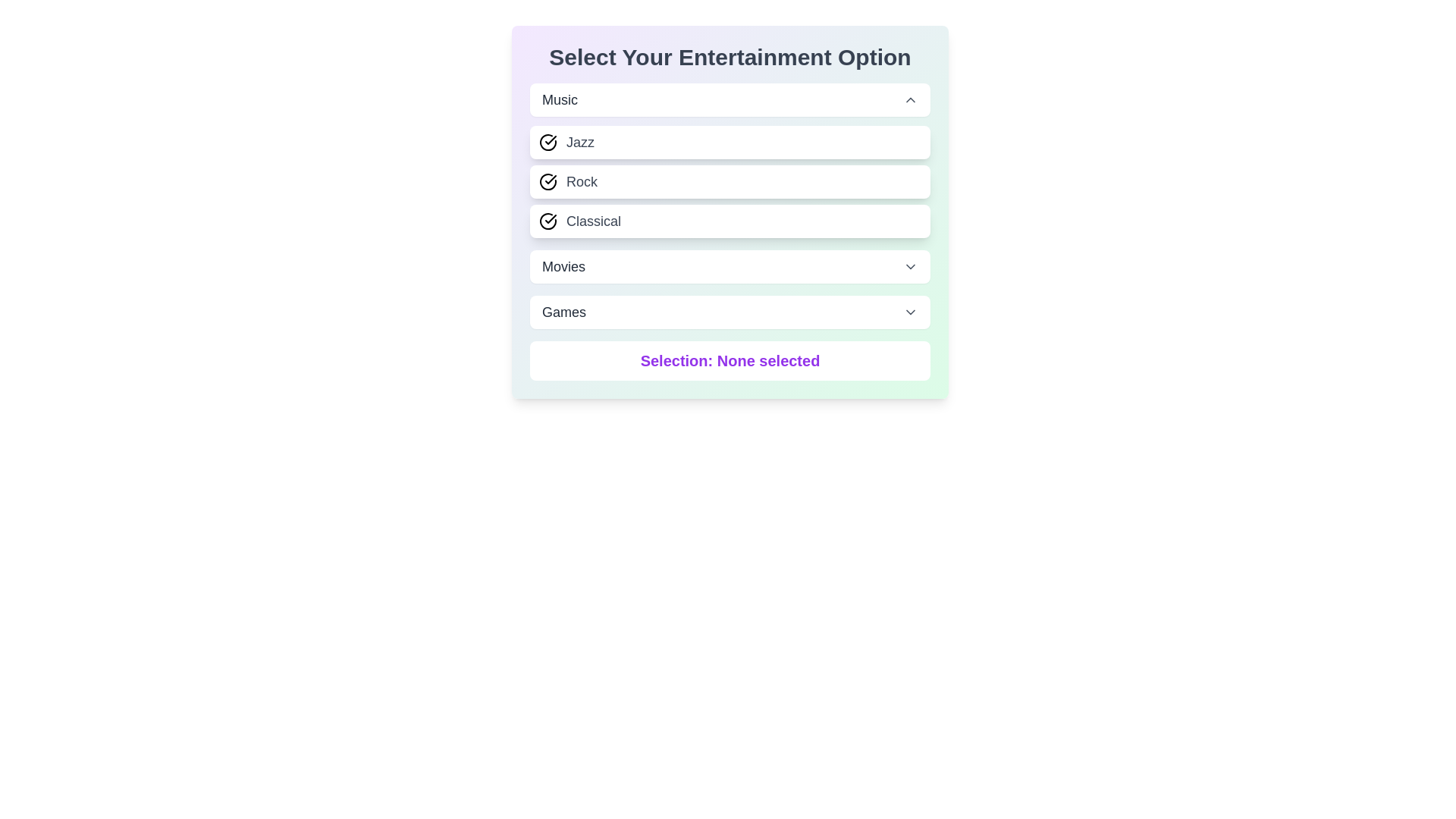  What do you see at coordinates (548, 221) in the screenshot?
I see `the circular icon with a check mark located to the left of the 'Classical' radio button` at bounding box center [548, 221].